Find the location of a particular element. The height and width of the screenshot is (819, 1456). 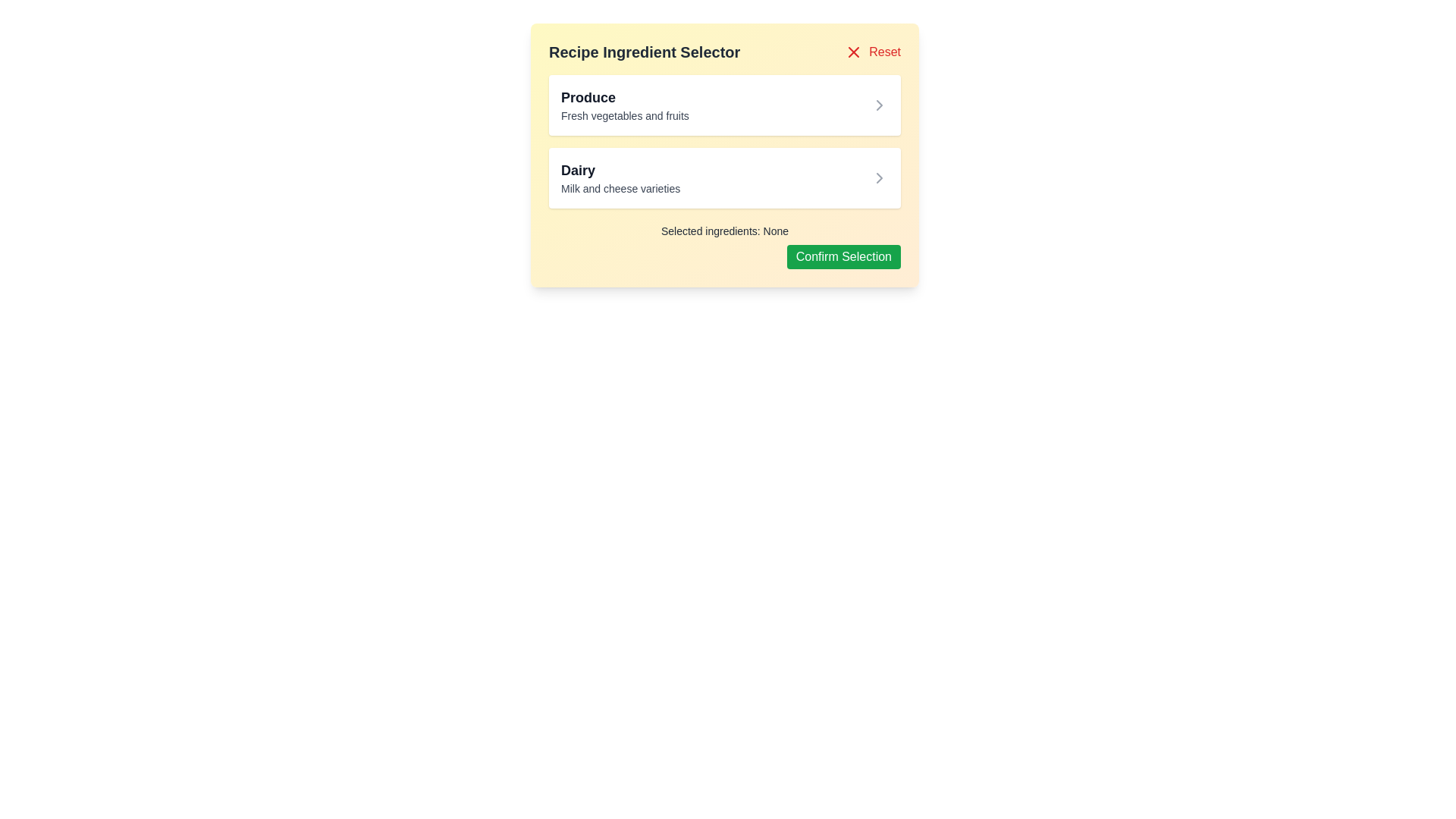

the interactive text label displaying 'Produce' to confirm selection is located at coordinates (625, 104).